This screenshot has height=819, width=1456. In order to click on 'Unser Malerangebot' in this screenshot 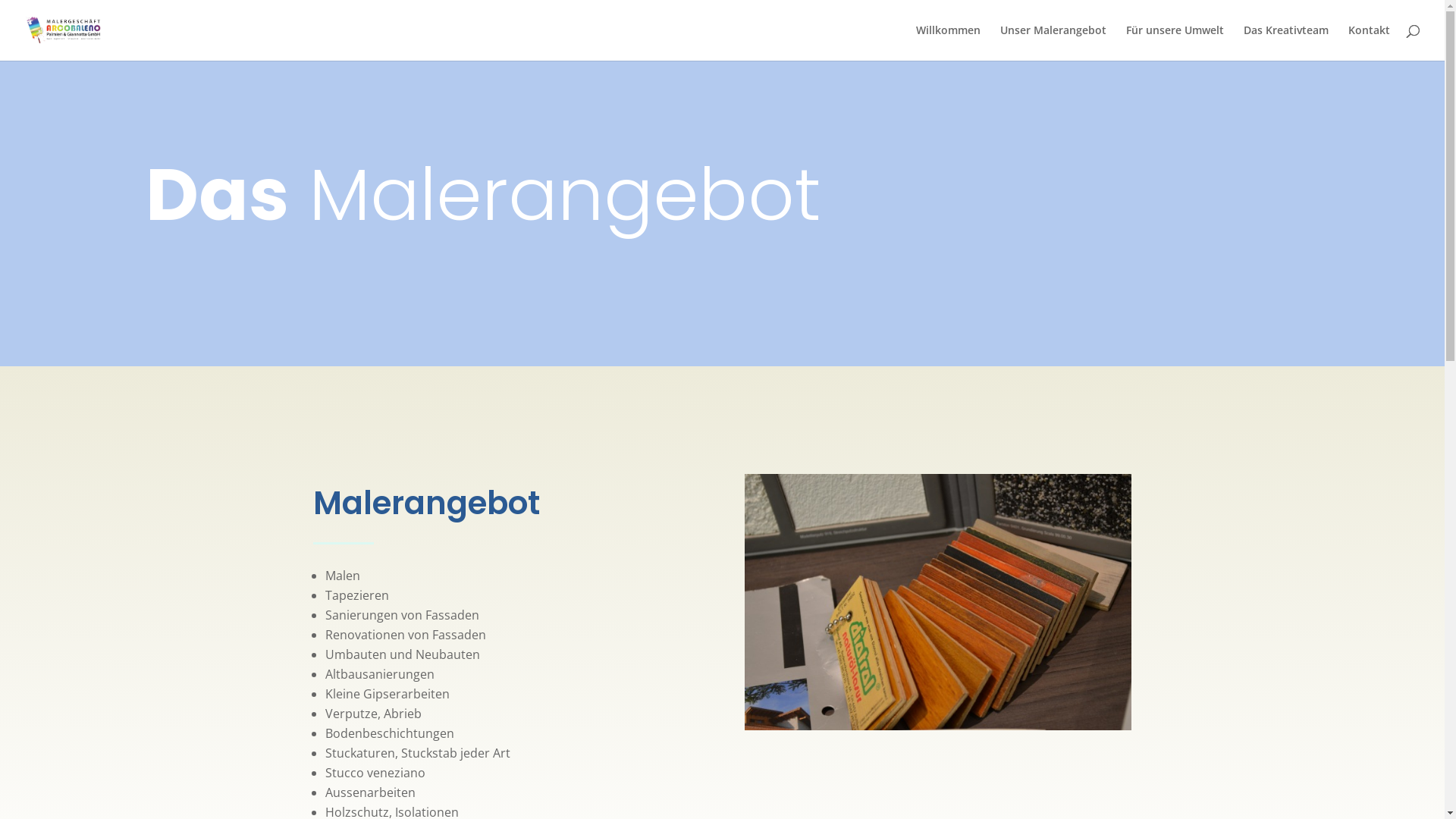, I will do `click(1052, 42)`.